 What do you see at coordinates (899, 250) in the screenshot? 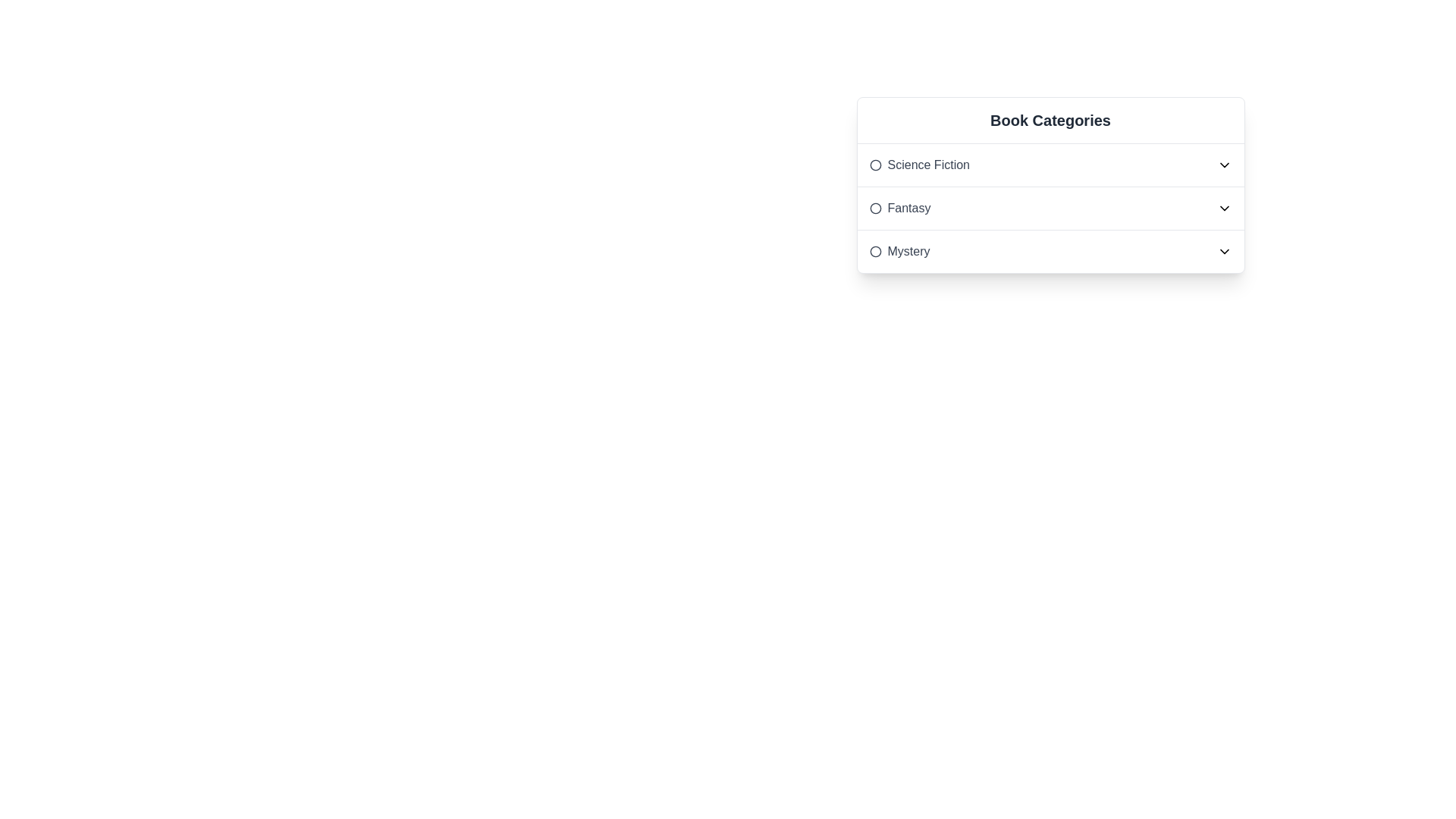
I see `the static text label that identifies the book category 'Mystery' in the vertical list of book categories` at bounding box center [899, 250].